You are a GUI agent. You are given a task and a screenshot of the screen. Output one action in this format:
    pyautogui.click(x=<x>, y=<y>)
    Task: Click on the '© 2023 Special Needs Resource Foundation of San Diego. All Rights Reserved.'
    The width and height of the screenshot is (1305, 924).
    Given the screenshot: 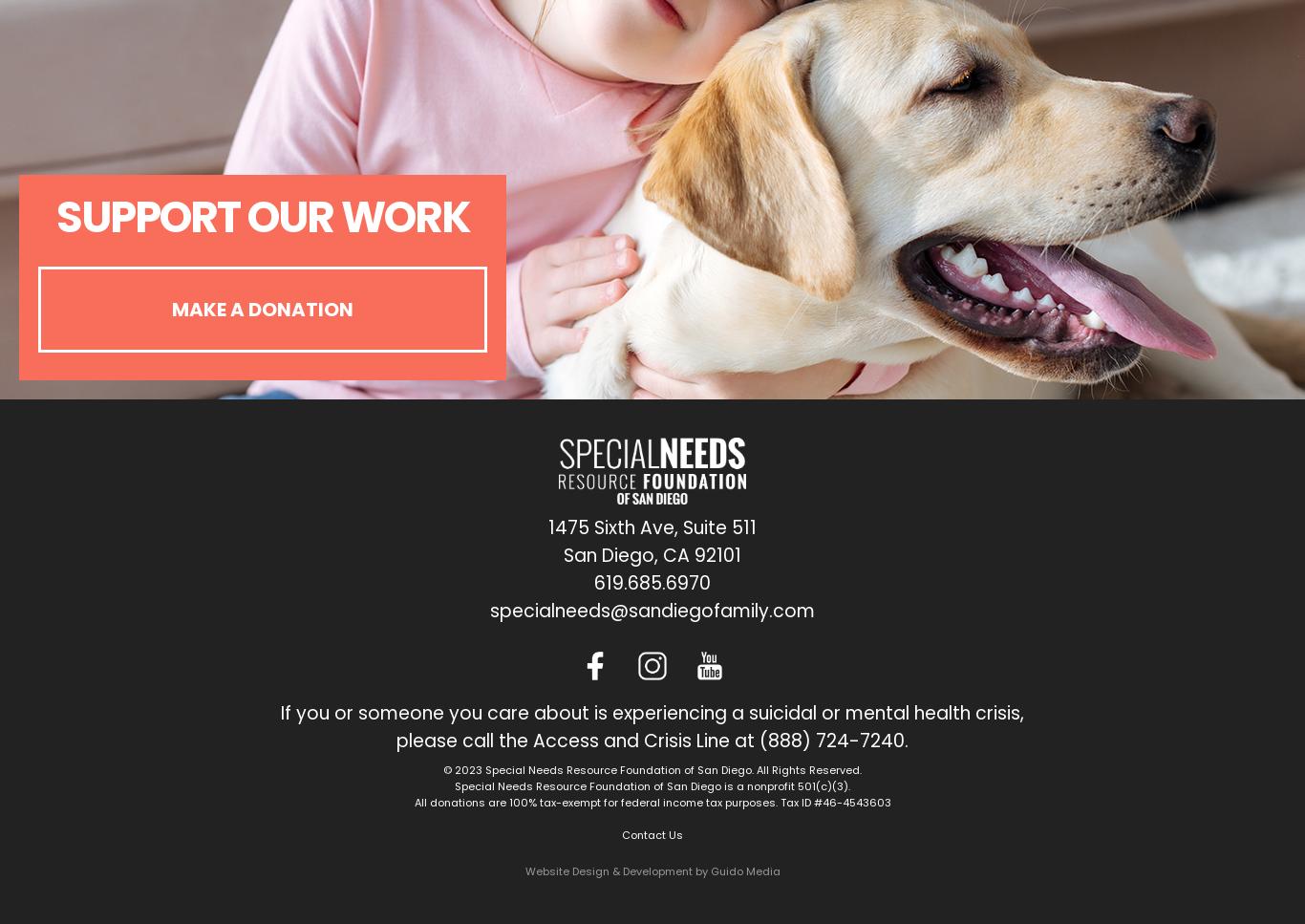 What is the action you would take?
    pyautogui.click(x=652, y=768)
    